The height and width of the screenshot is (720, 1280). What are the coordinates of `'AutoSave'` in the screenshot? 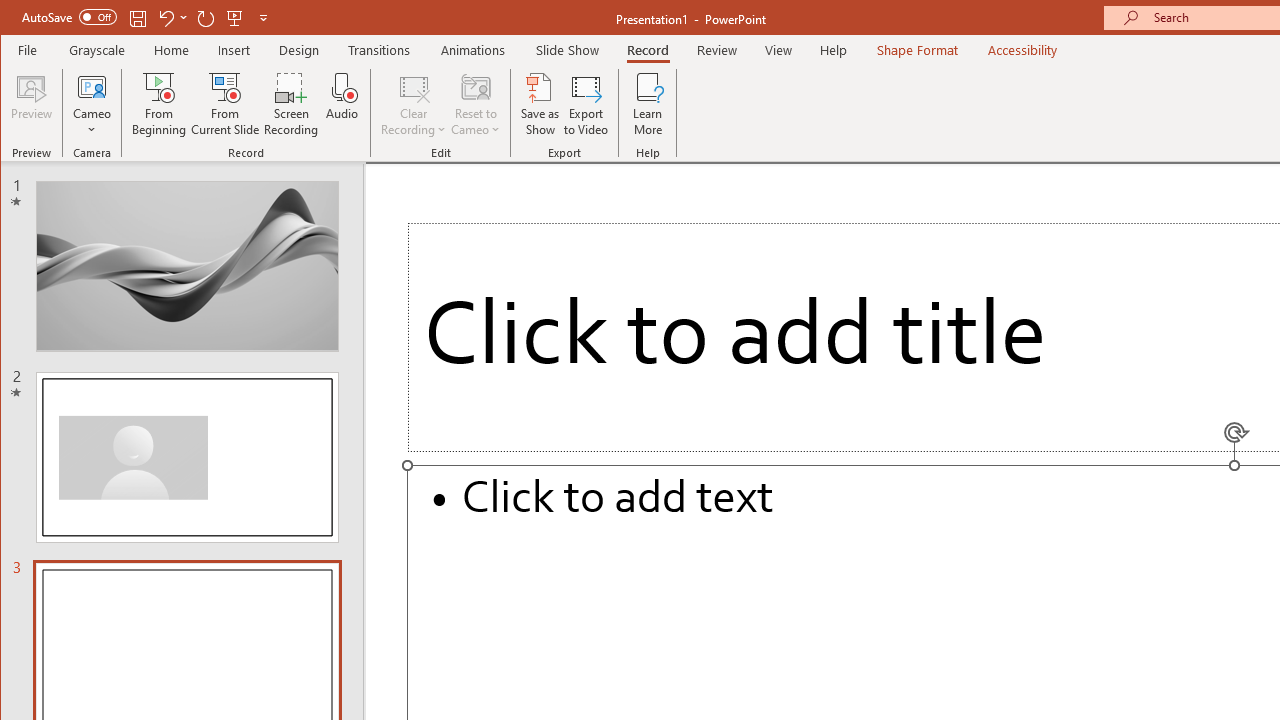 It's located at (69, 17).